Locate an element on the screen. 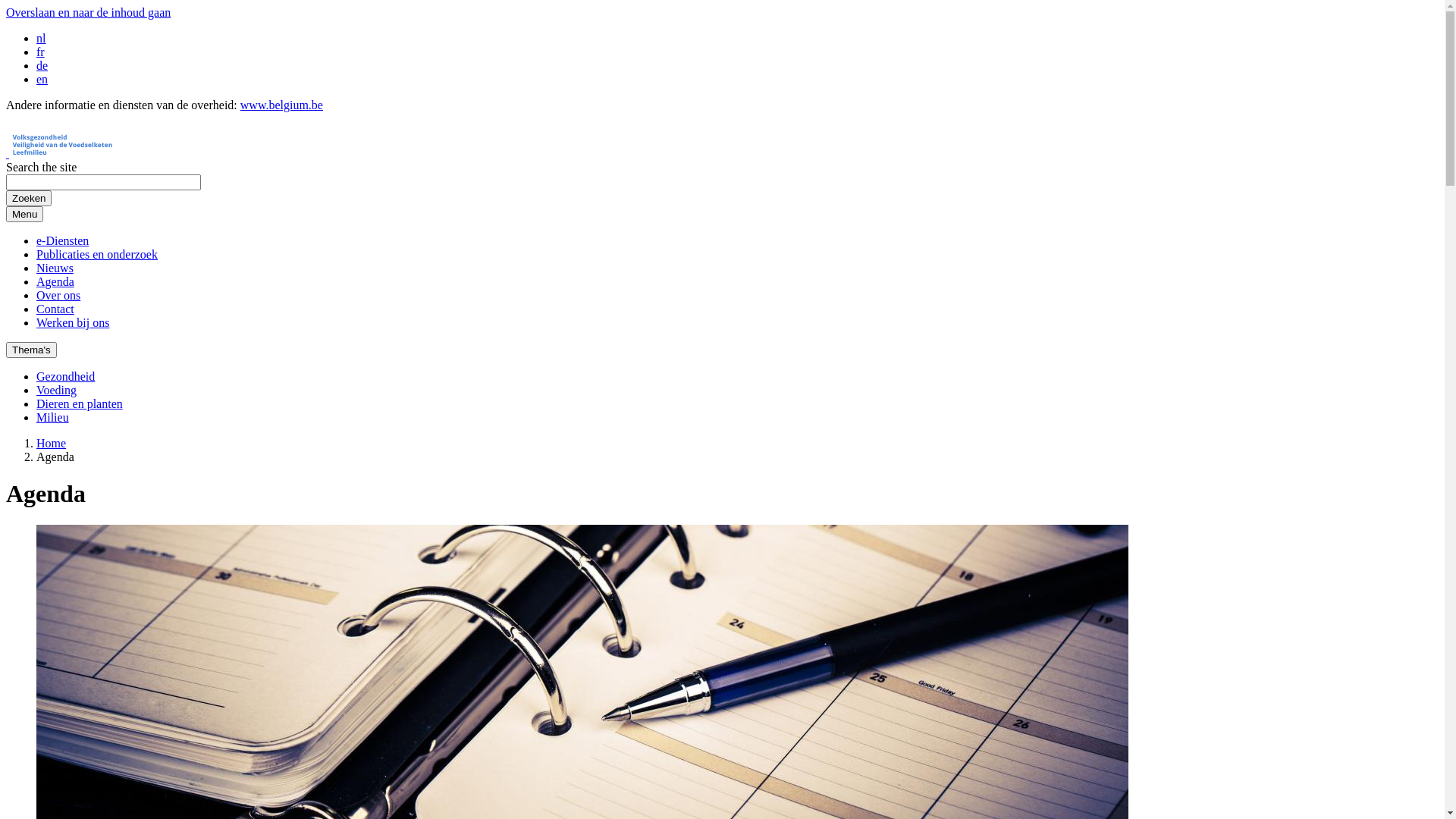 The height and width of the screenshot is (819, 1456). 'Gezondheid' is located at coordinates (36, 375).